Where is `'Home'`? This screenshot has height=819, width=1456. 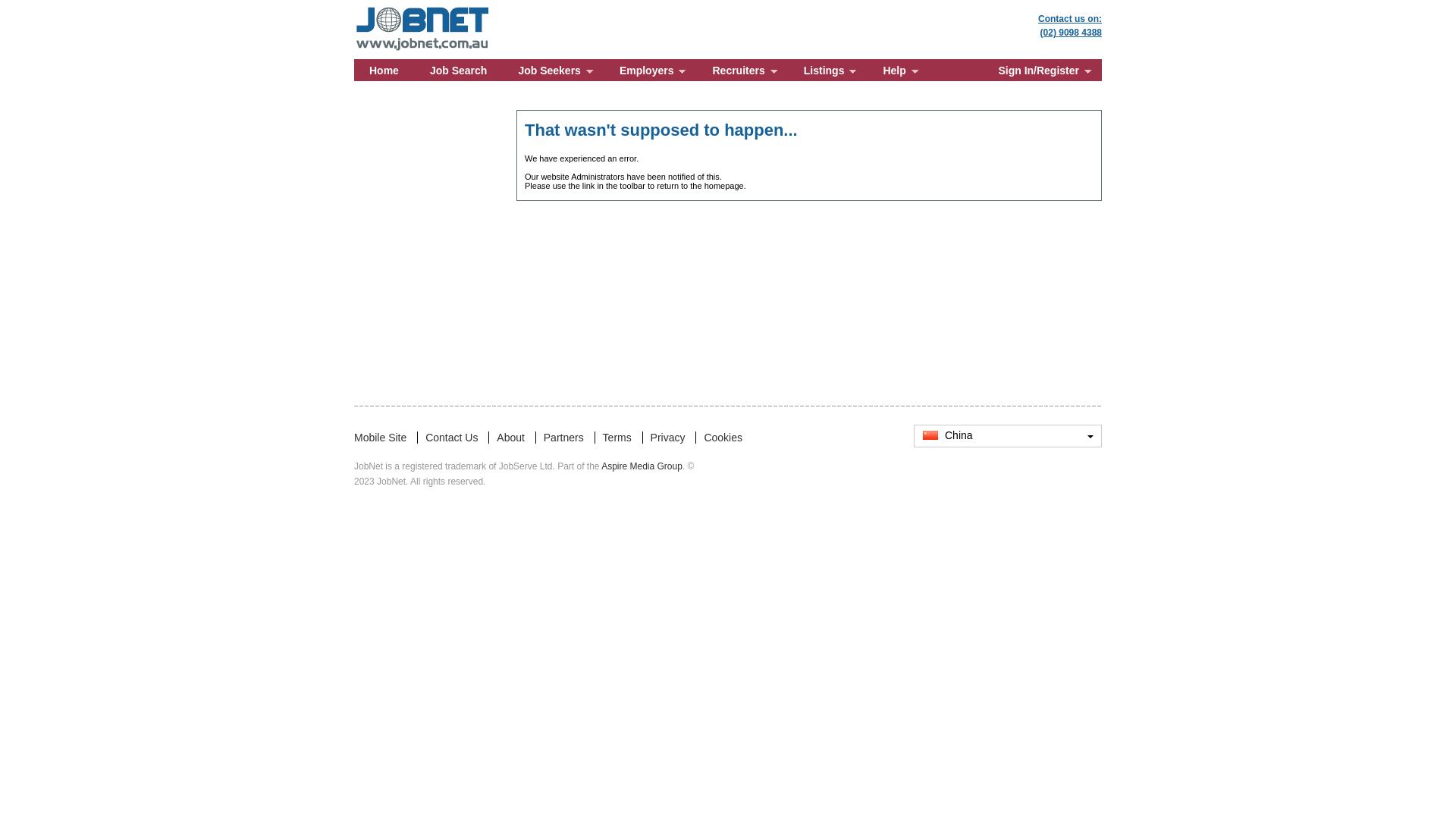 'Home' is located at coordinates (353, 70).